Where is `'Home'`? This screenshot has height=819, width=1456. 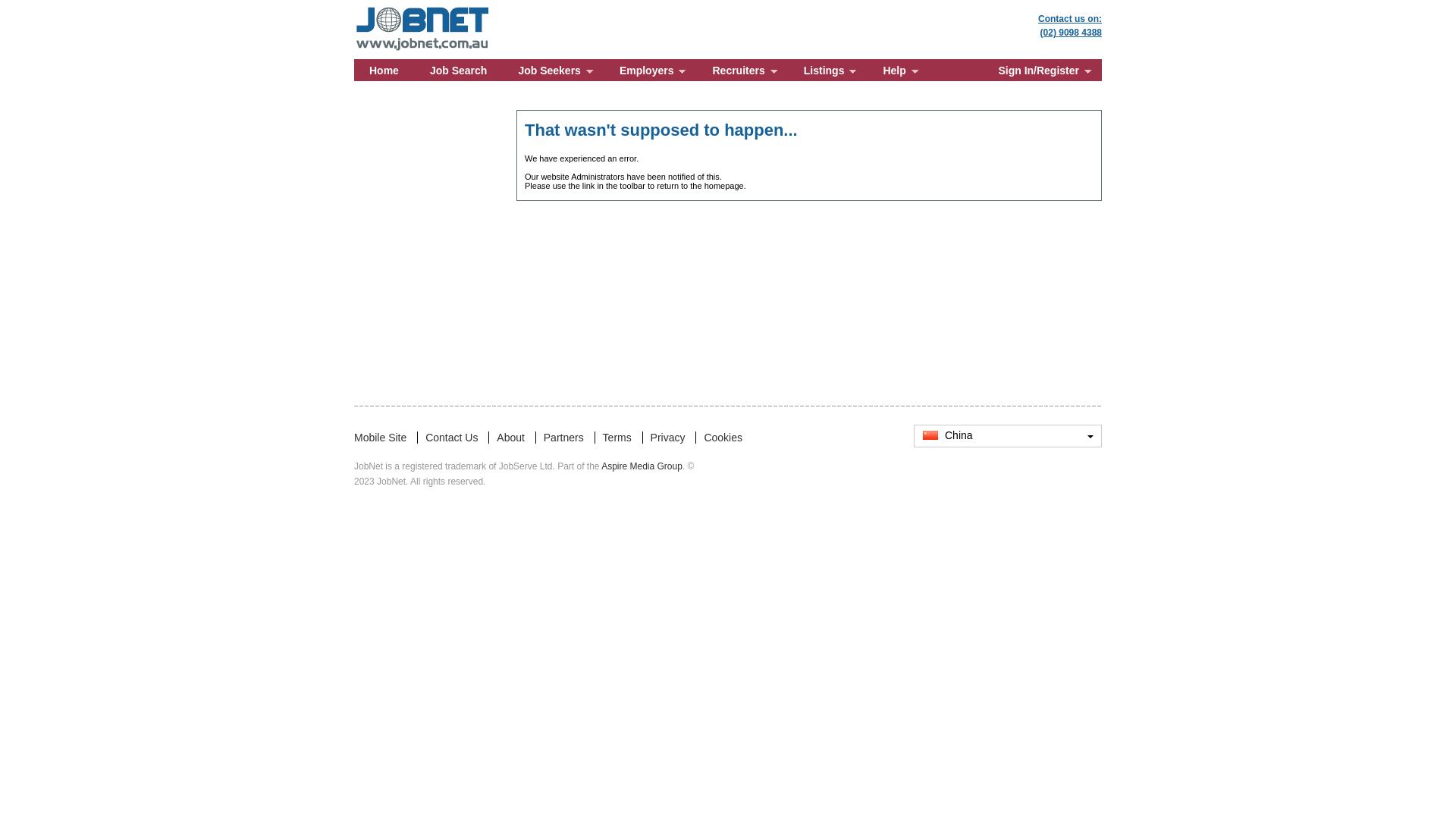 'Home' is located at coordinates (353, 70).